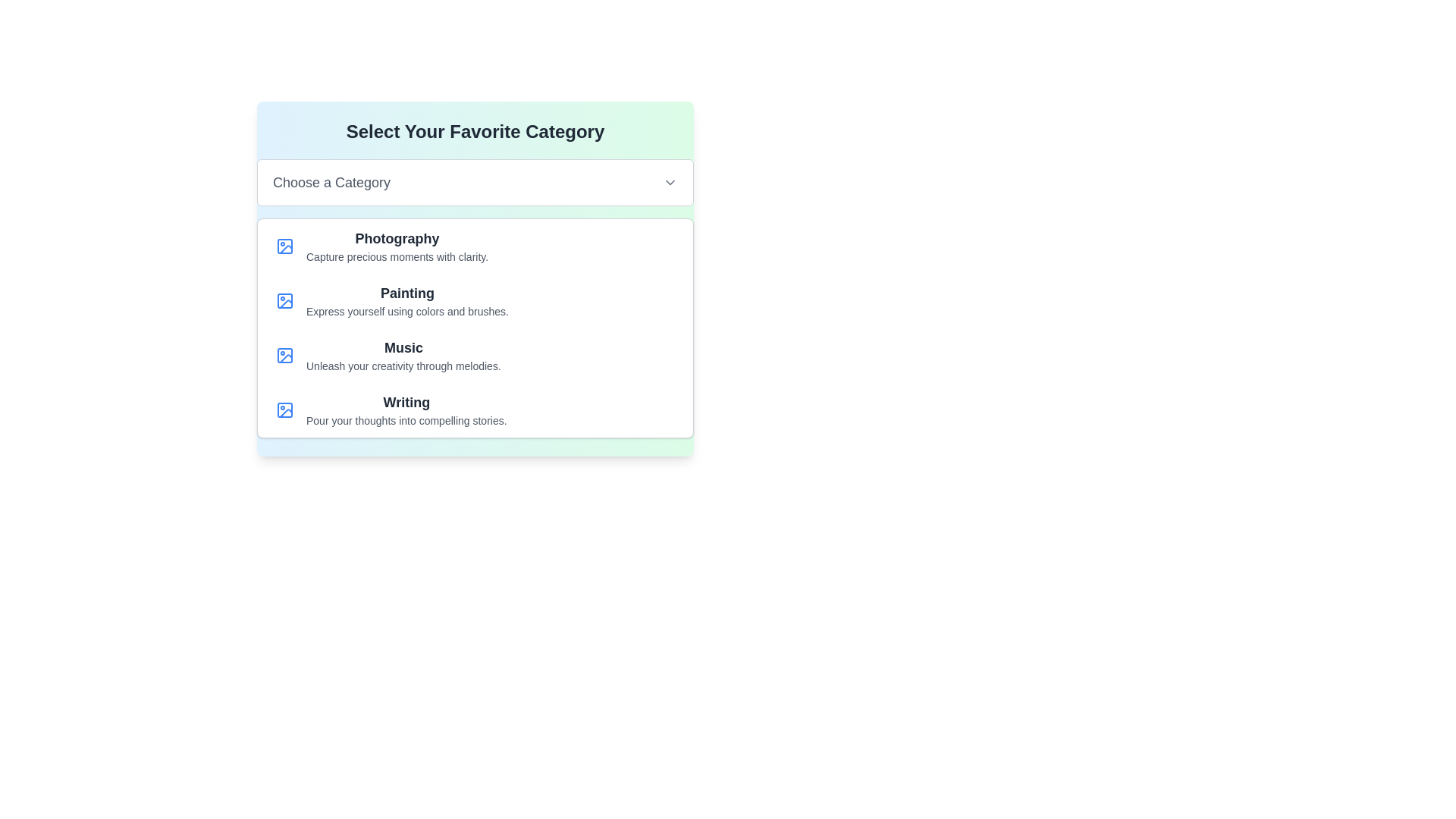  I want to click on the 'Photography' category in the 'Select Your Favorite Category' section, so click(397, 245).